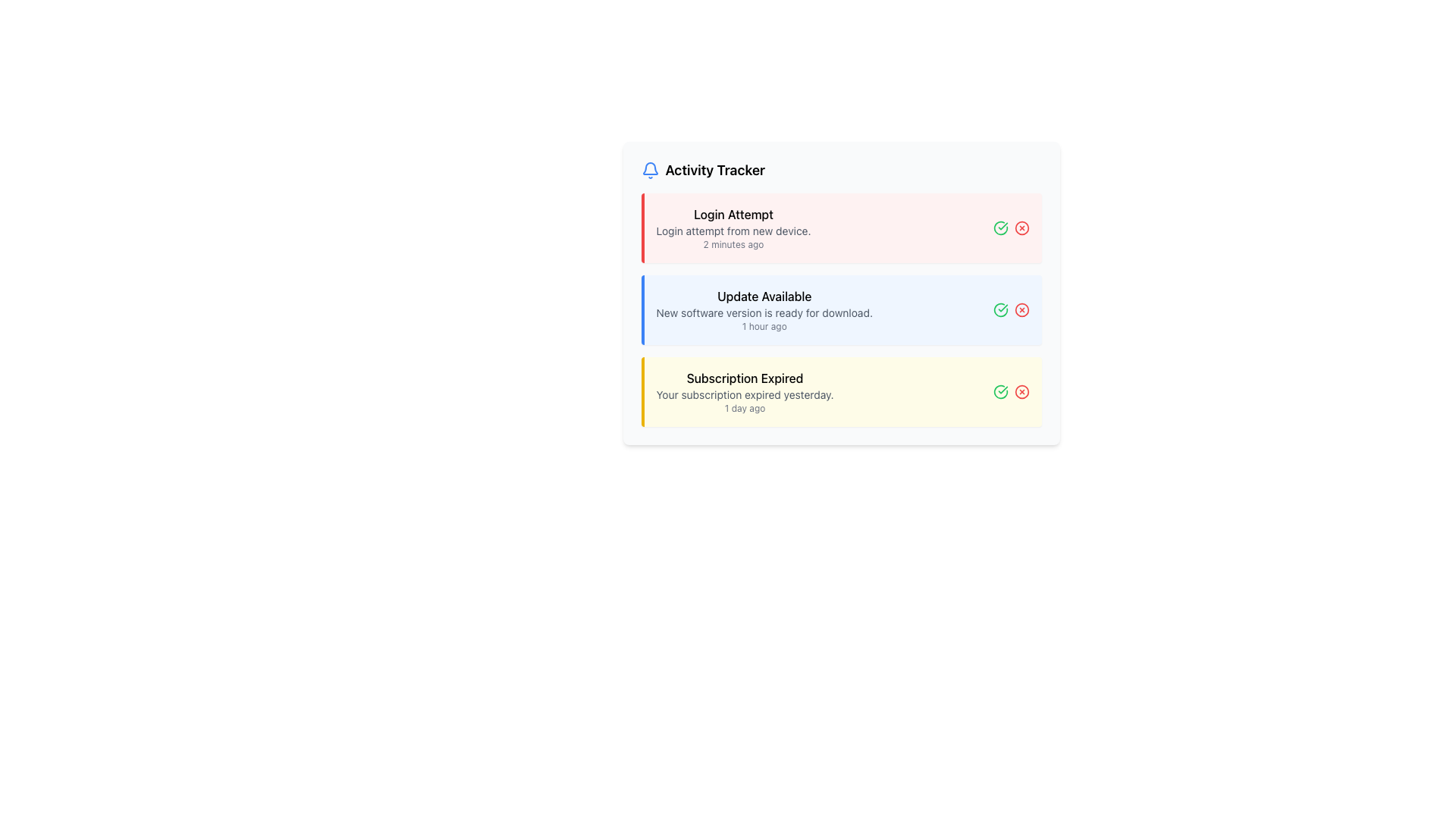 The image size is (1456, 819). I want to click on timestamp displayed in the gray text label that shows '1 hour ago', which is positioned below the notification text 'New software version is ready for download.', so click(764, 326).